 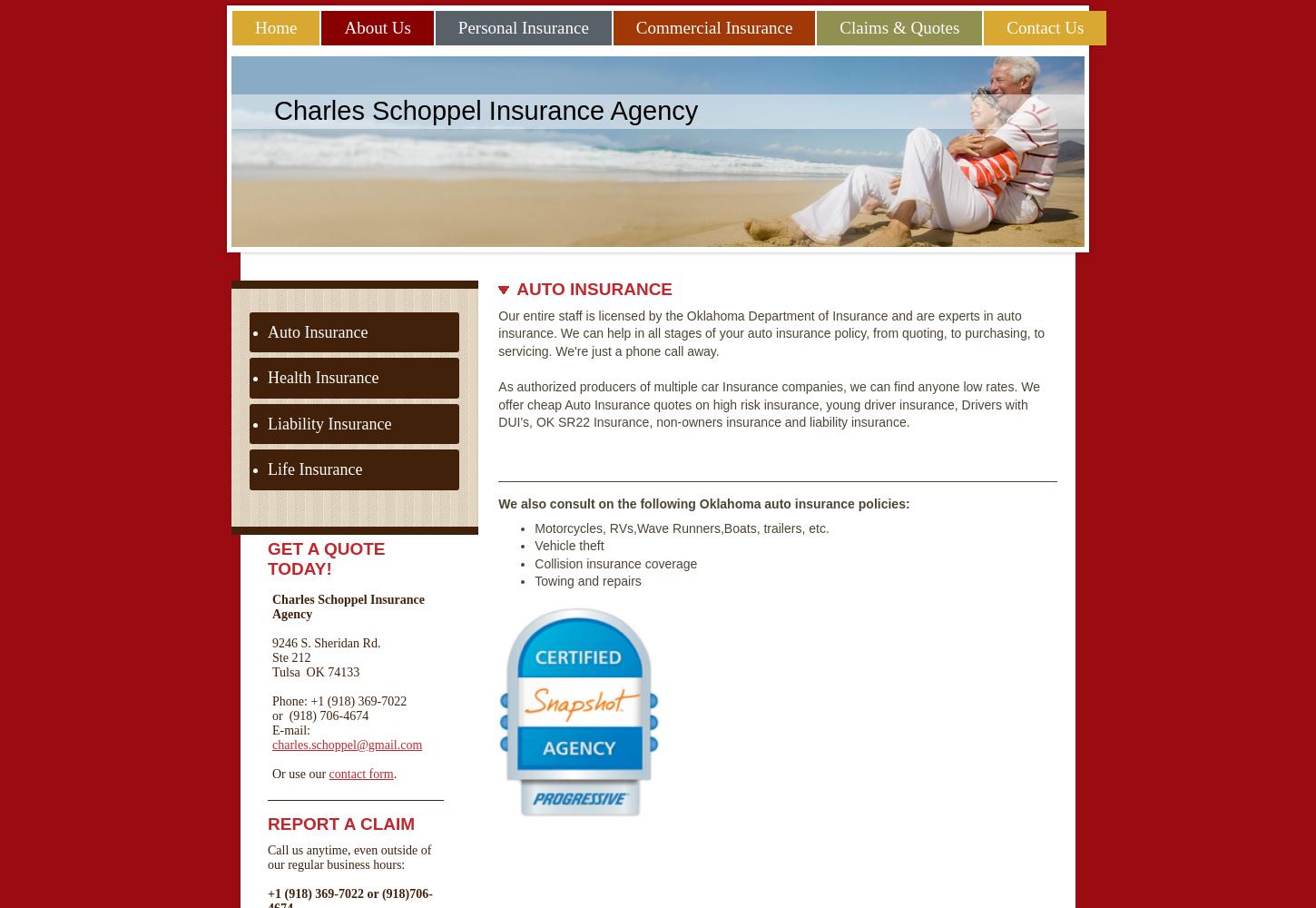 I want to click on 'Our entire staff is licensed by the Oklahoma Department of Insurance and are experts in auto insurance. We can help in all stages of your auto insurance policy, from quoting, to purchasing, to
servicing. We're just a phone call away.', so click(x=770, y=331).